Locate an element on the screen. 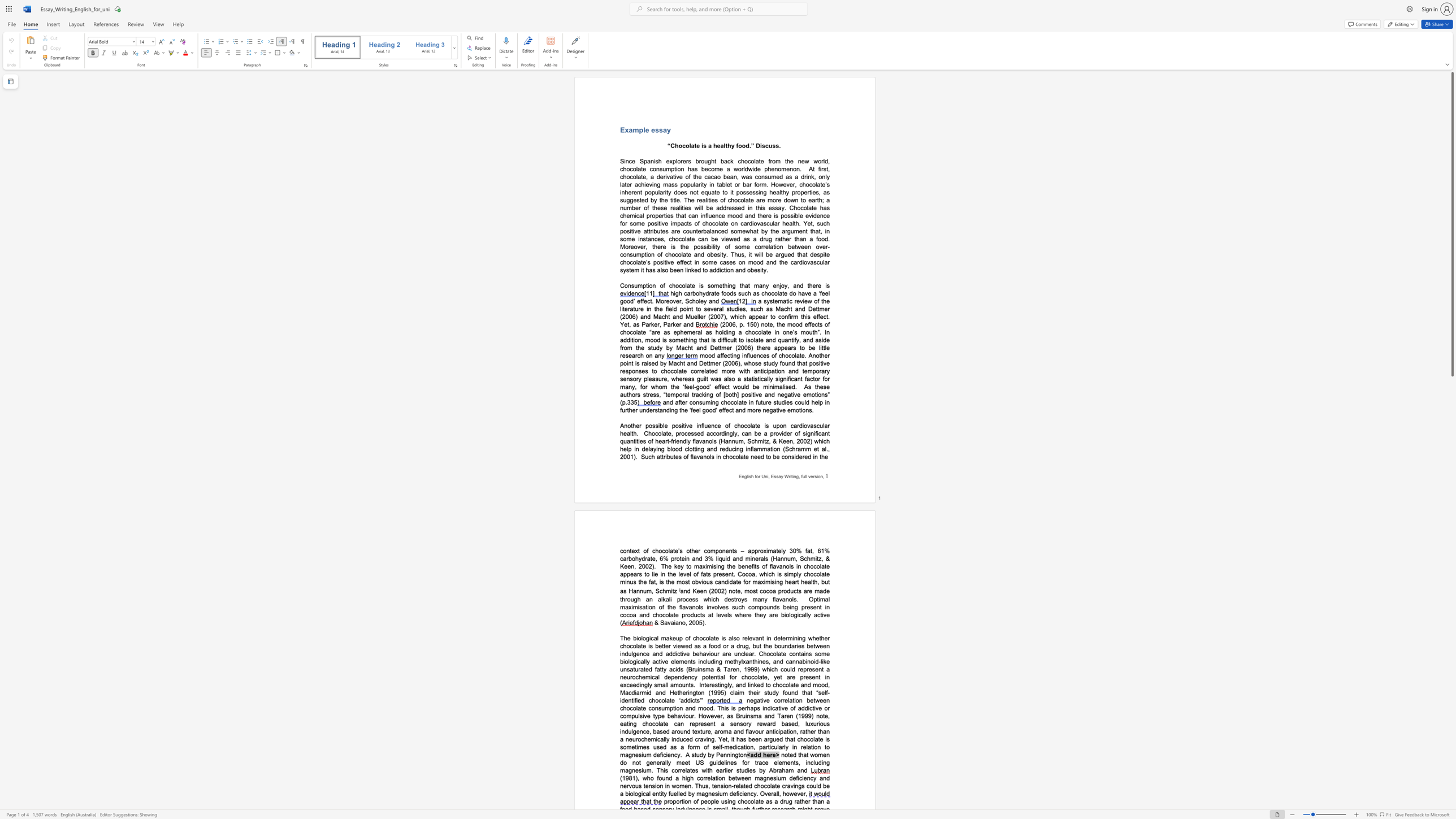 The image size is (1456, 819). the scrollbar on the right is located at coordinates (1451, 633).